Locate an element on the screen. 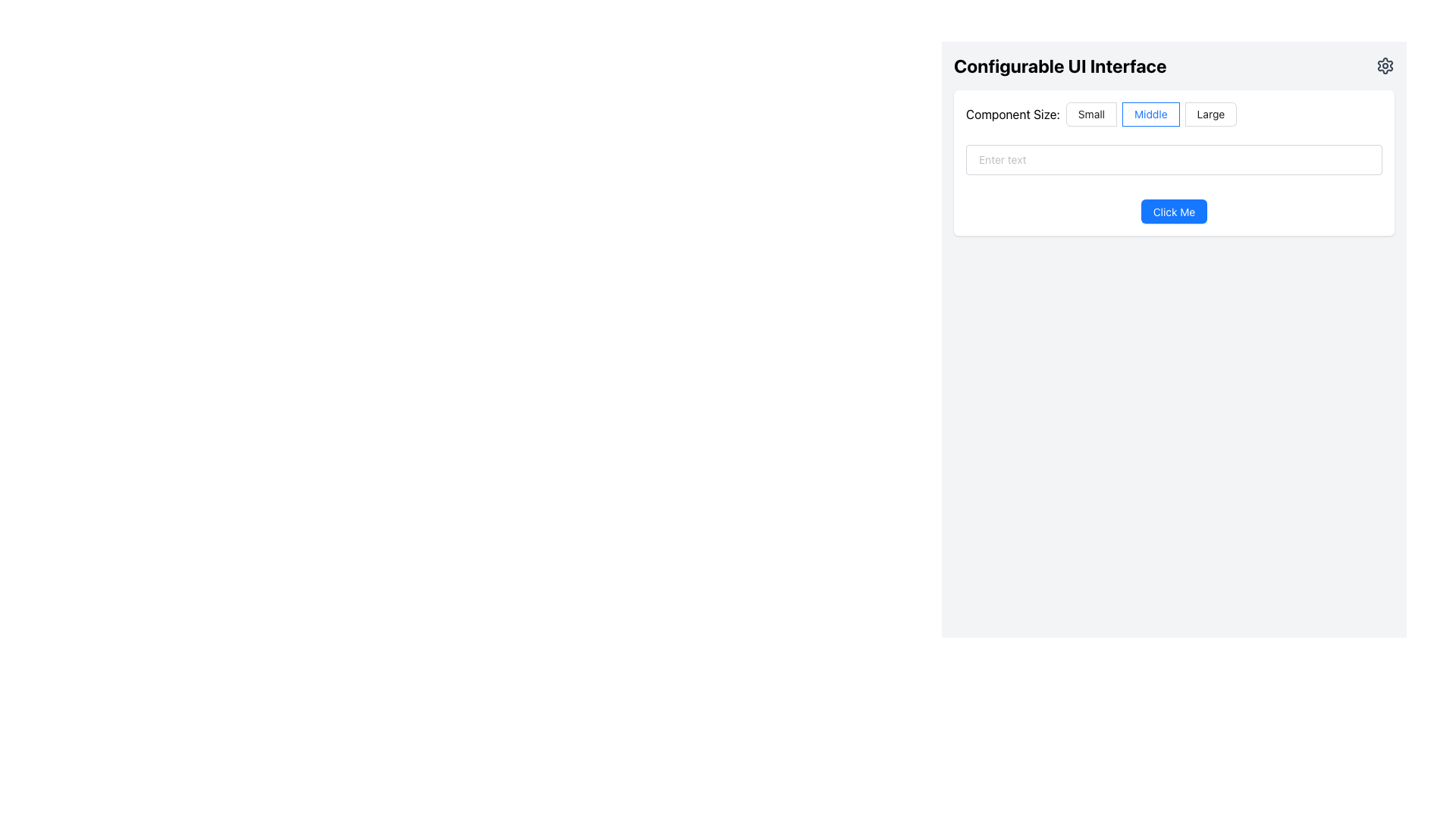  the radio button labeled 'Middle' is located at coordinates (1150, 113).